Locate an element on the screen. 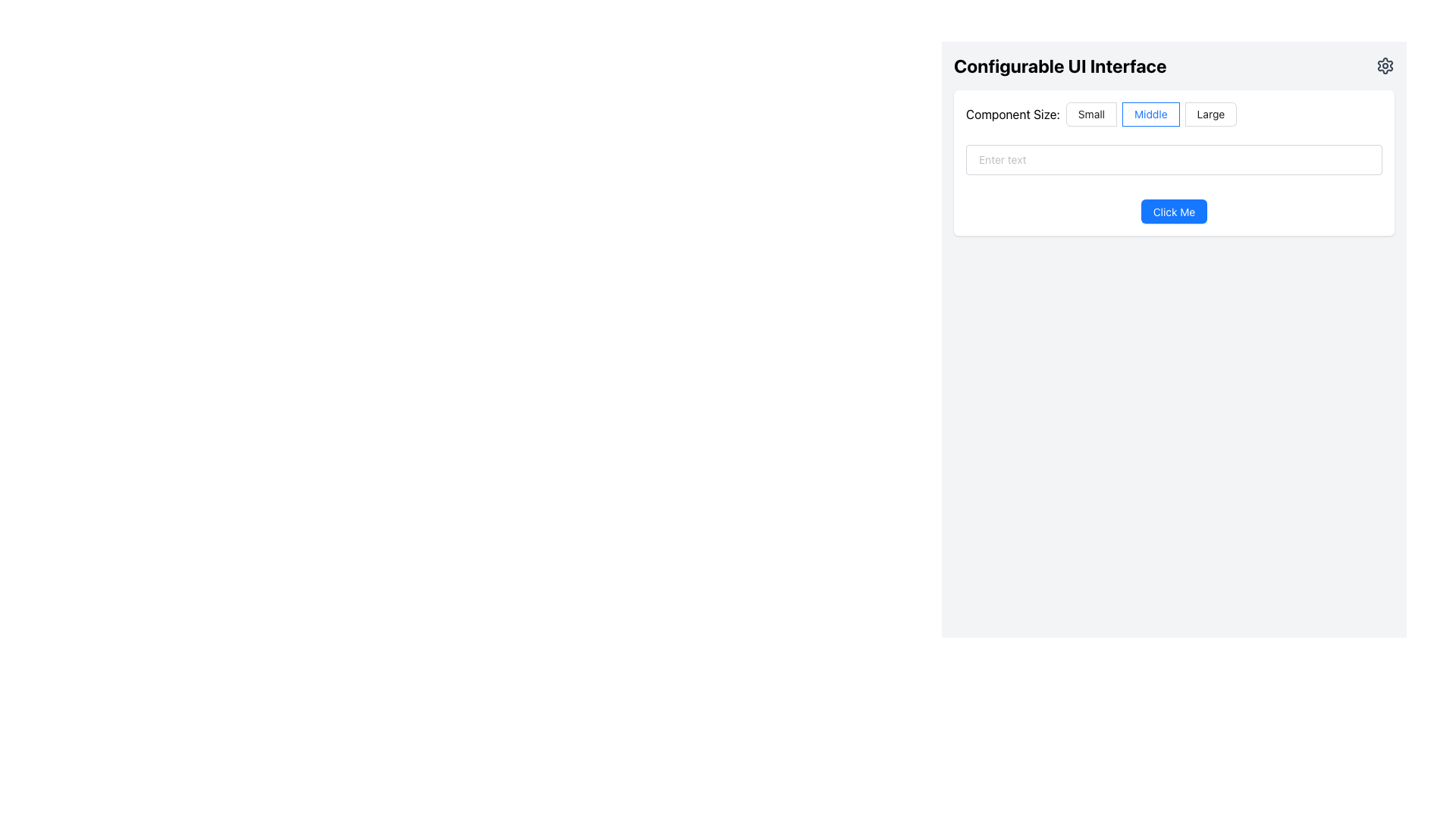  the radio button labeled 'Middle' is located at coordinates (1150, 113).